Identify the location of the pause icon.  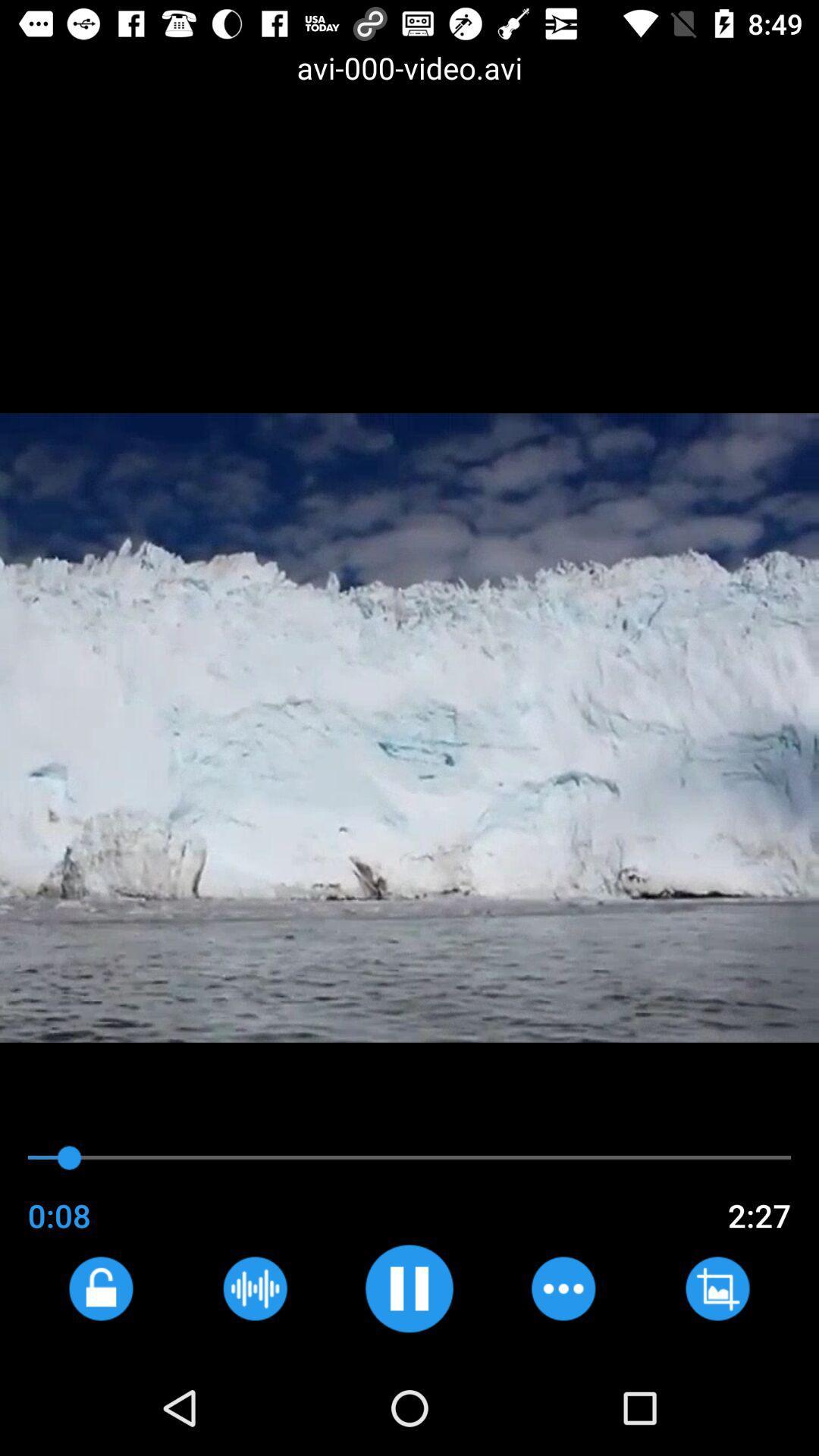
(408, 1288).